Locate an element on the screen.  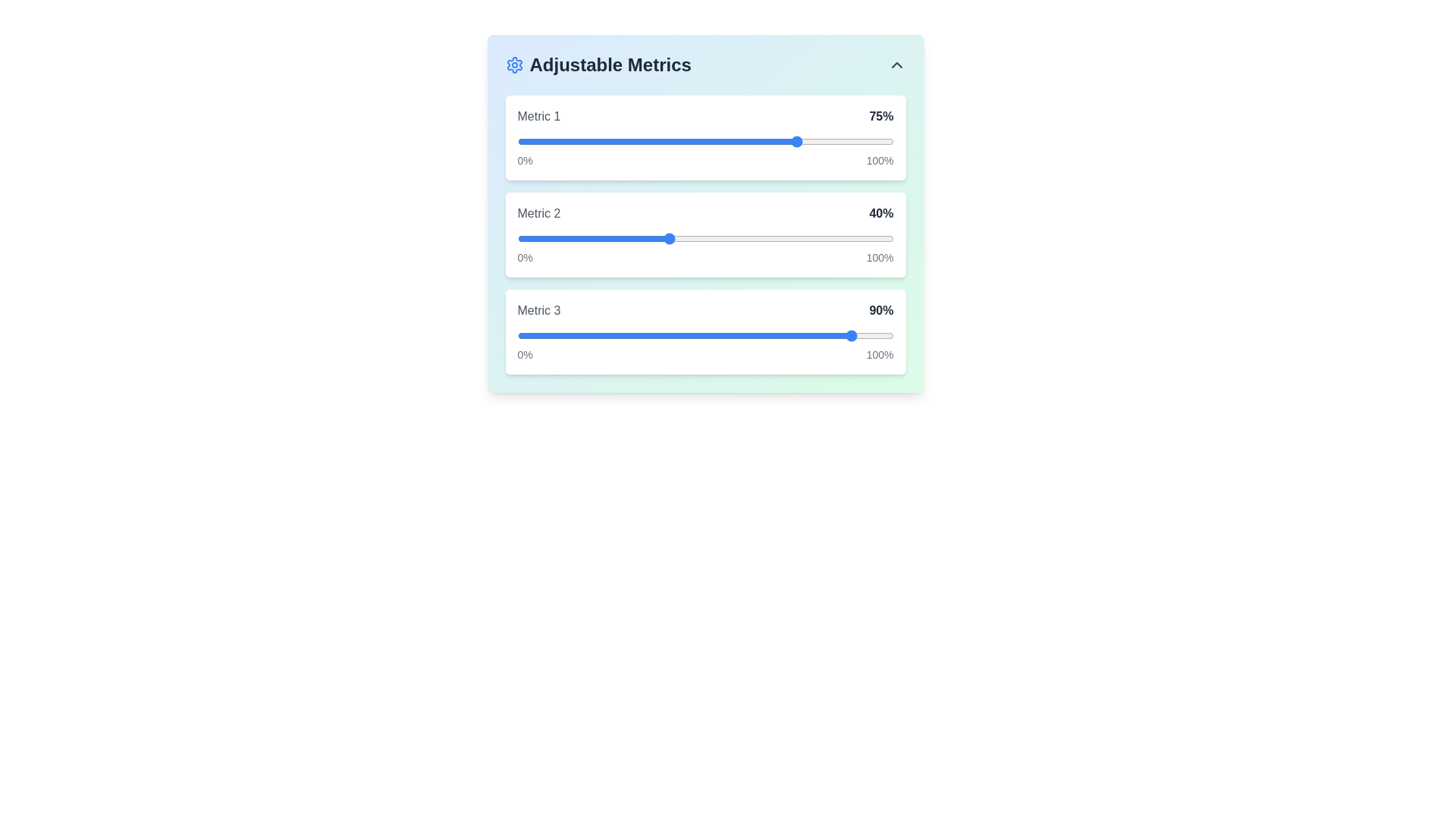
the 'Metric 1' text label, which is displayed in a medium-sized gray font and is positioned on the far left of a row above a progress bar is located at coordinates (538, 116).